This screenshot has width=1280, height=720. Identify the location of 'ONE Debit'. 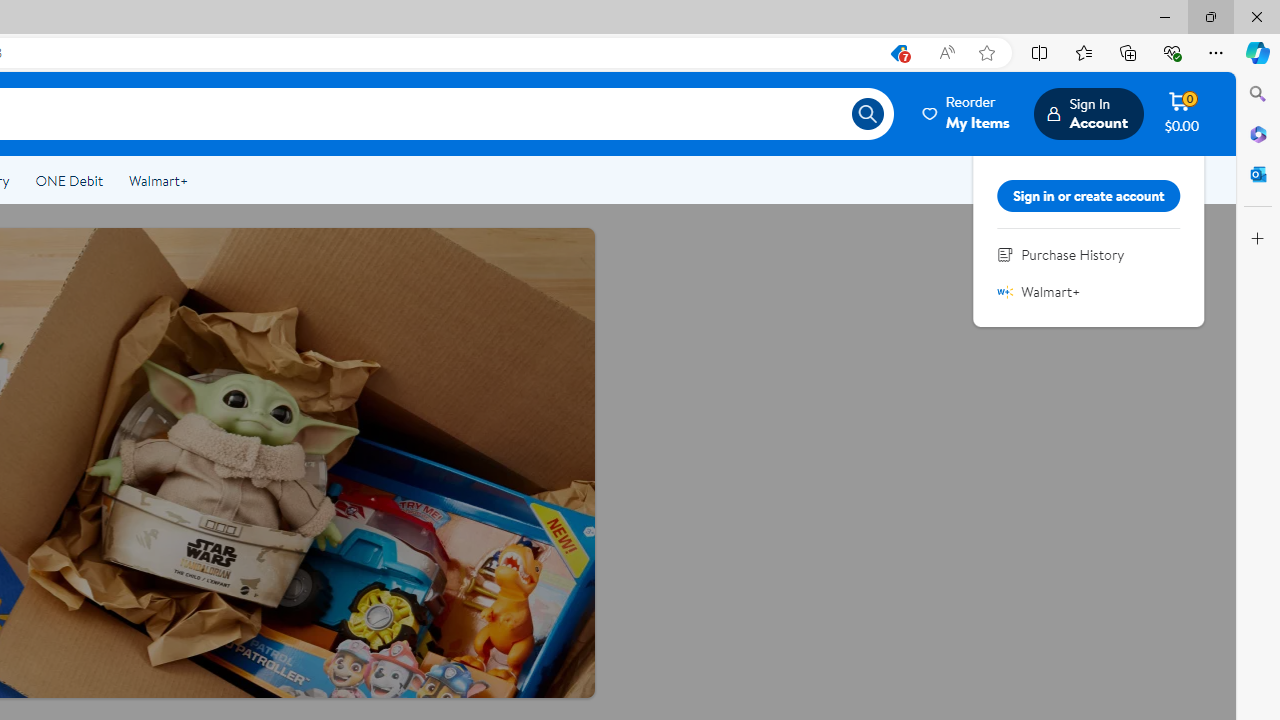
(69, 181).